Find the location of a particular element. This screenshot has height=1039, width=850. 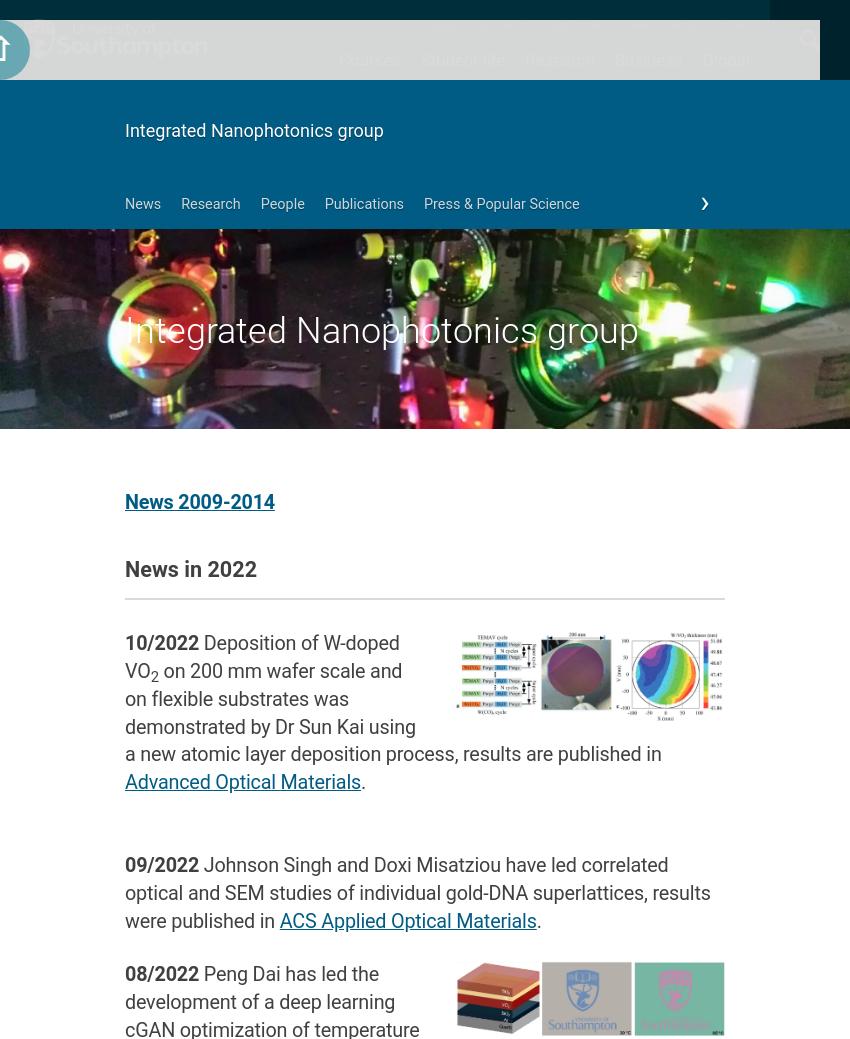

'Commercialising research' is located at coordinates (611, 391).